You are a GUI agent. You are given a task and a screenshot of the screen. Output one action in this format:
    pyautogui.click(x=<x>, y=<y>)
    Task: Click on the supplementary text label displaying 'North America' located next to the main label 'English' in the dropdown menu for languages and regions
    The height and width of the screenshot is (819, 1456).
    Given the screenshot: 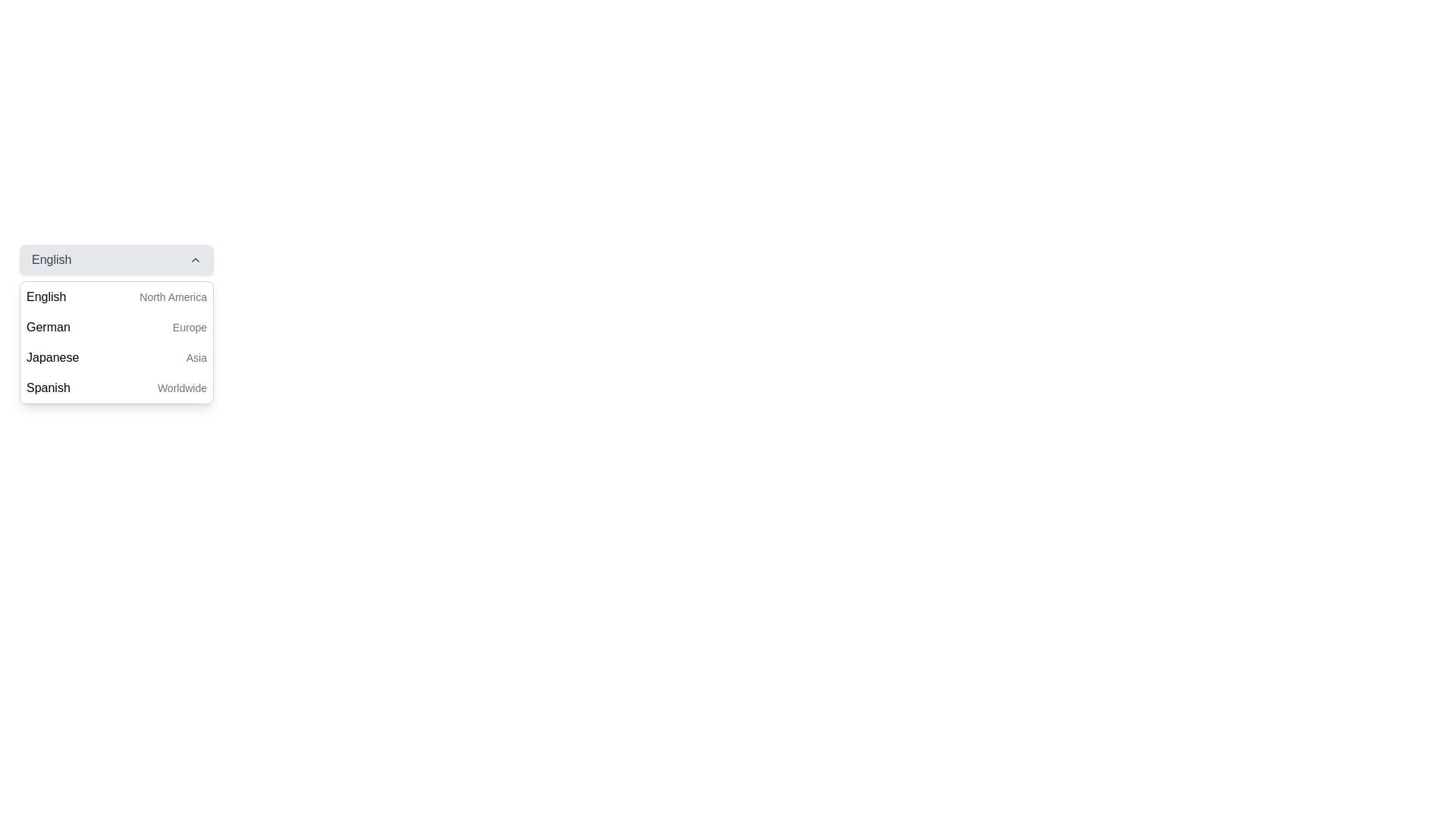 What is the action you would take?
    pyautogui.click(x=173, y=297)
    